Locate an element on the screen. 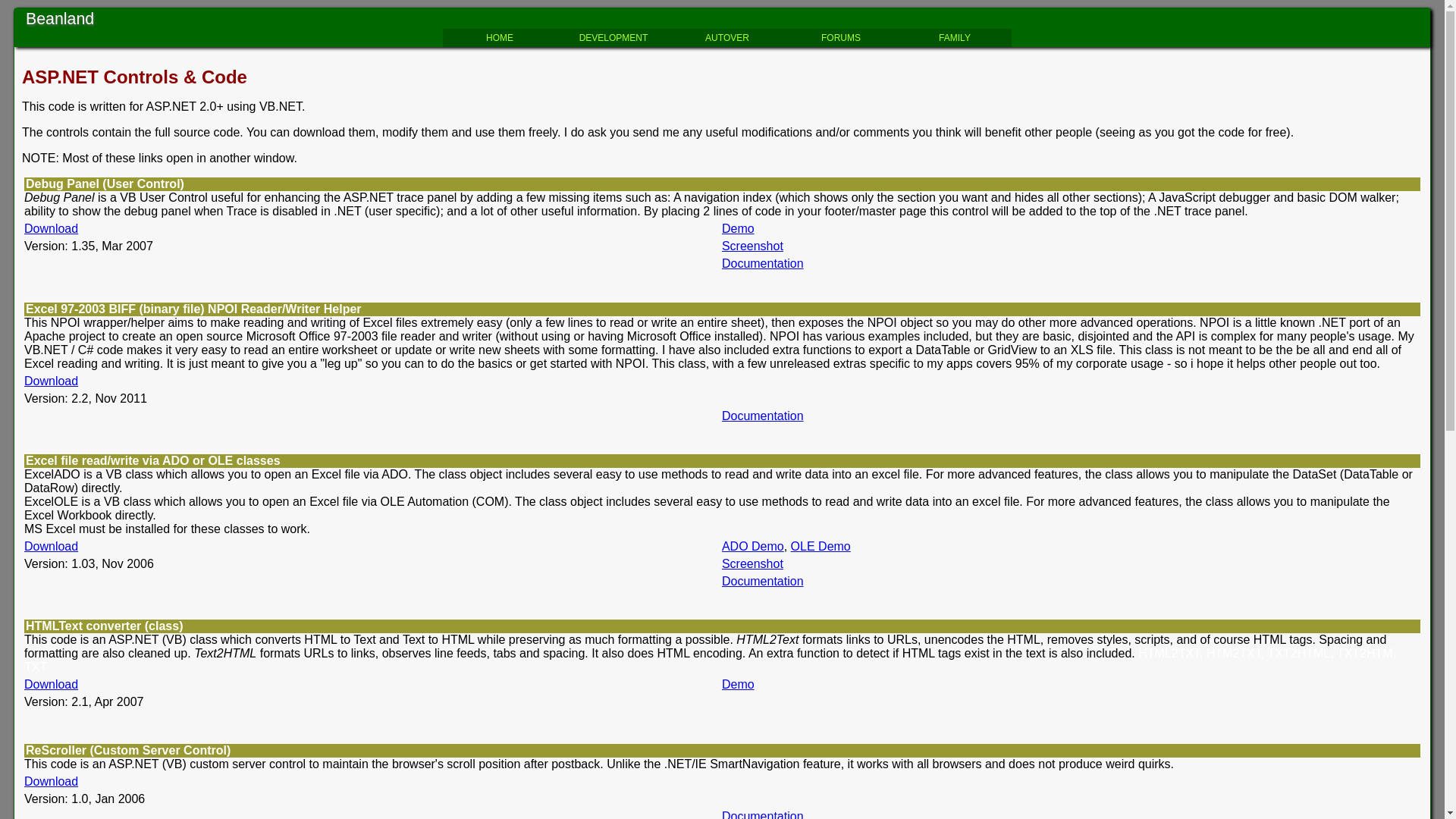 The width and height of the screenshot is (1456, 819). 'Download' is located at coordinates (51, 684).